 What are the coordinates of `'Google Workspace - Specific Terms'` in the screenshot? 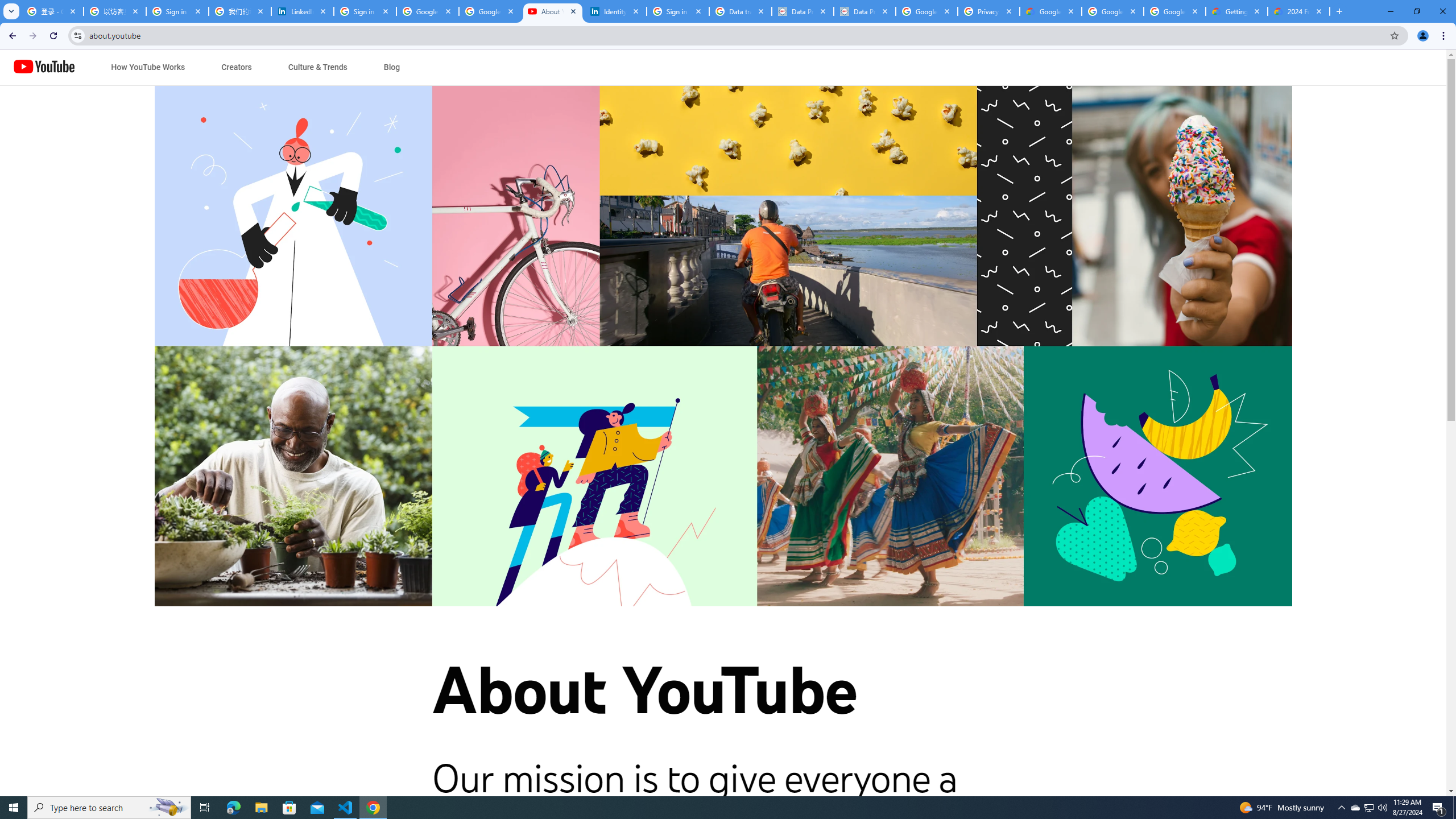 It's located at (1174, 11).